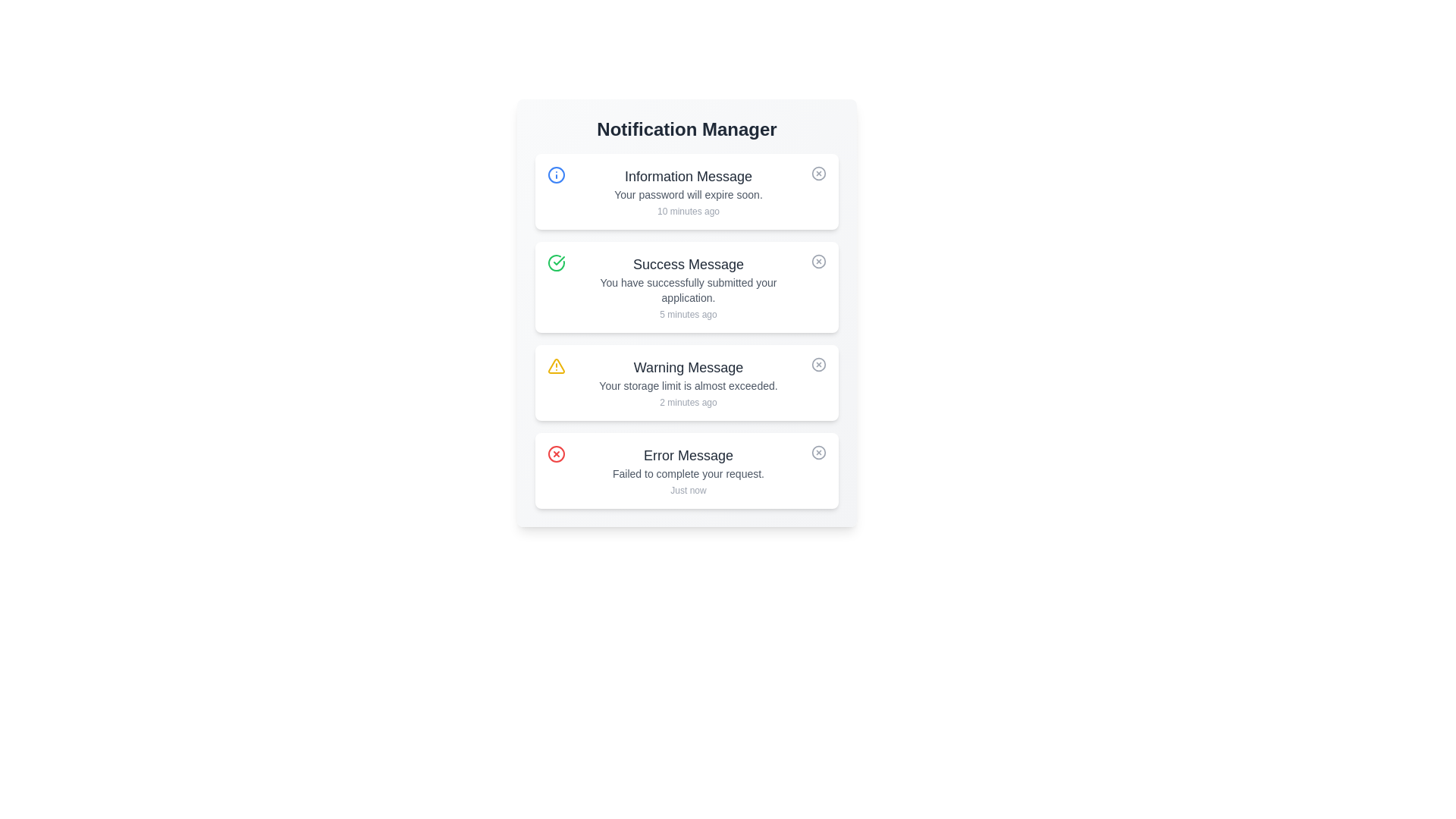 The image size is (1456, 819). I want to click on the close button located at the top right corner of the first notification card to change its color to red, so click(818, 172).